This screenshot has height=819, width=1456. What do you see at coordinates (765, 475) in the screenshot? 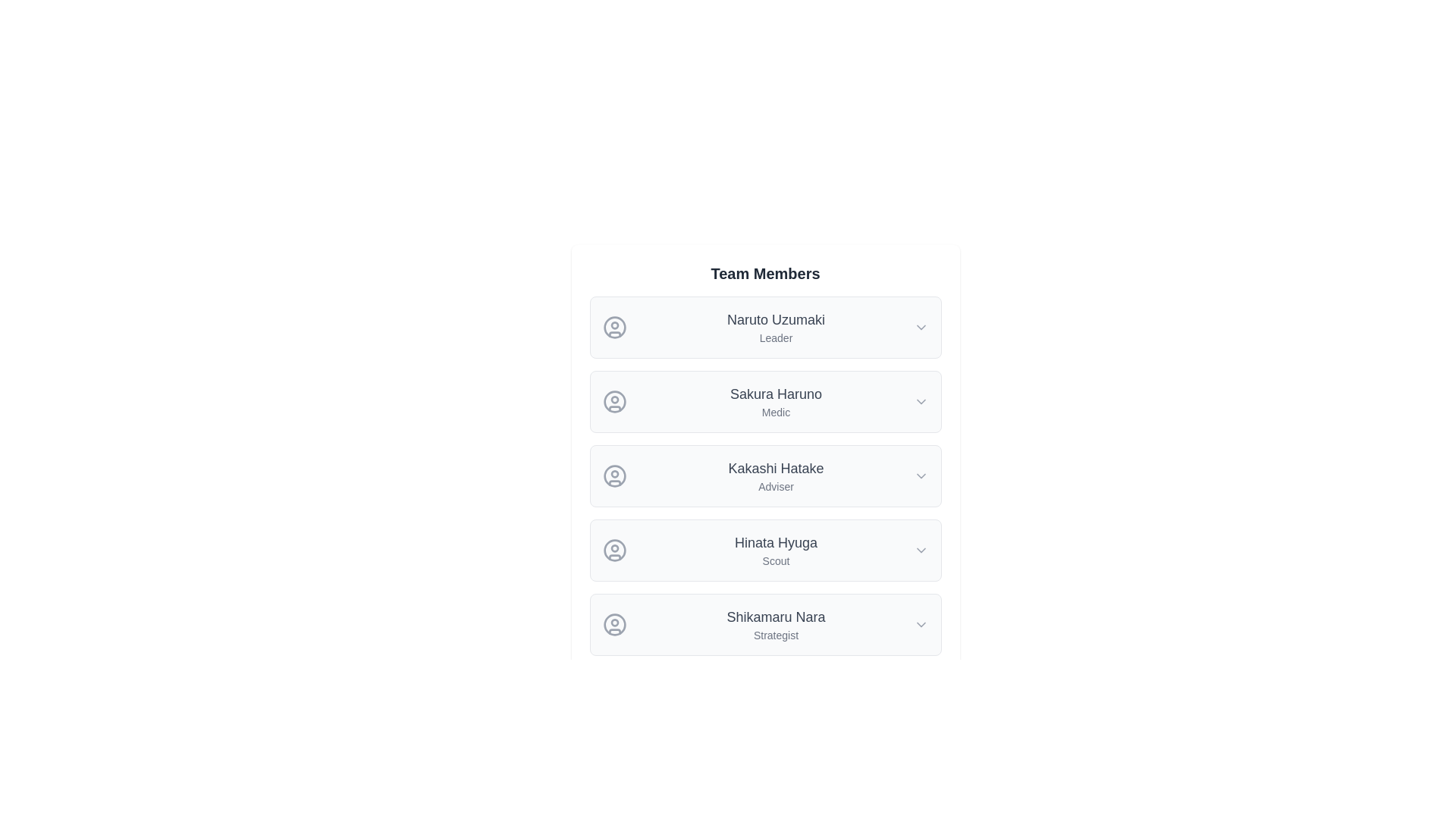
I see `the list item representing team member 'Kakashi Hatake'` at bounding box center [765, 475].